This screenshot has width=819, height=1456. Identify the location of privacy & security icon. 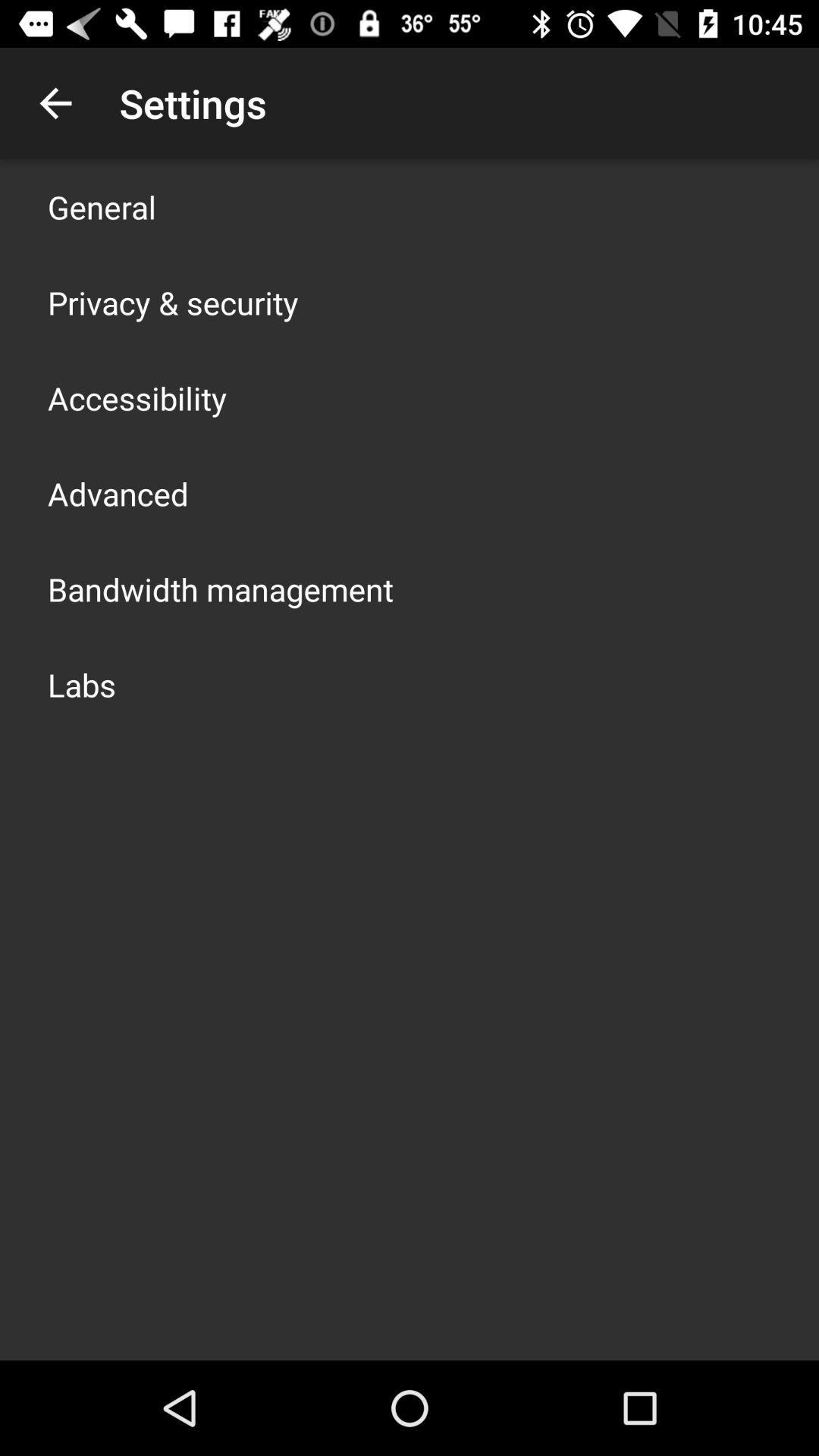
(172, 302).